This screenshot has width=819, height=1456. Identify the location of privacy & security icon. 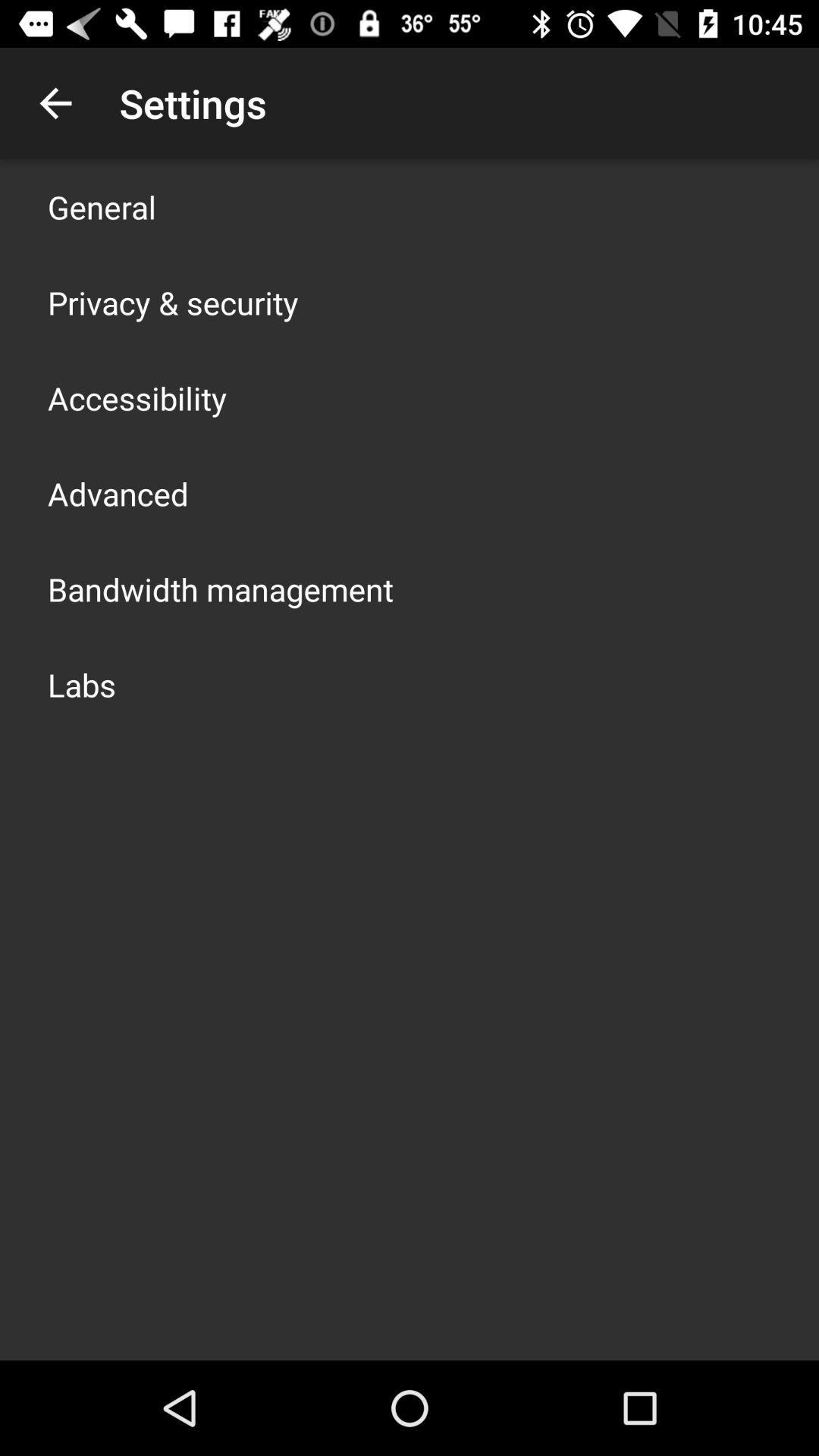
(172, 302).